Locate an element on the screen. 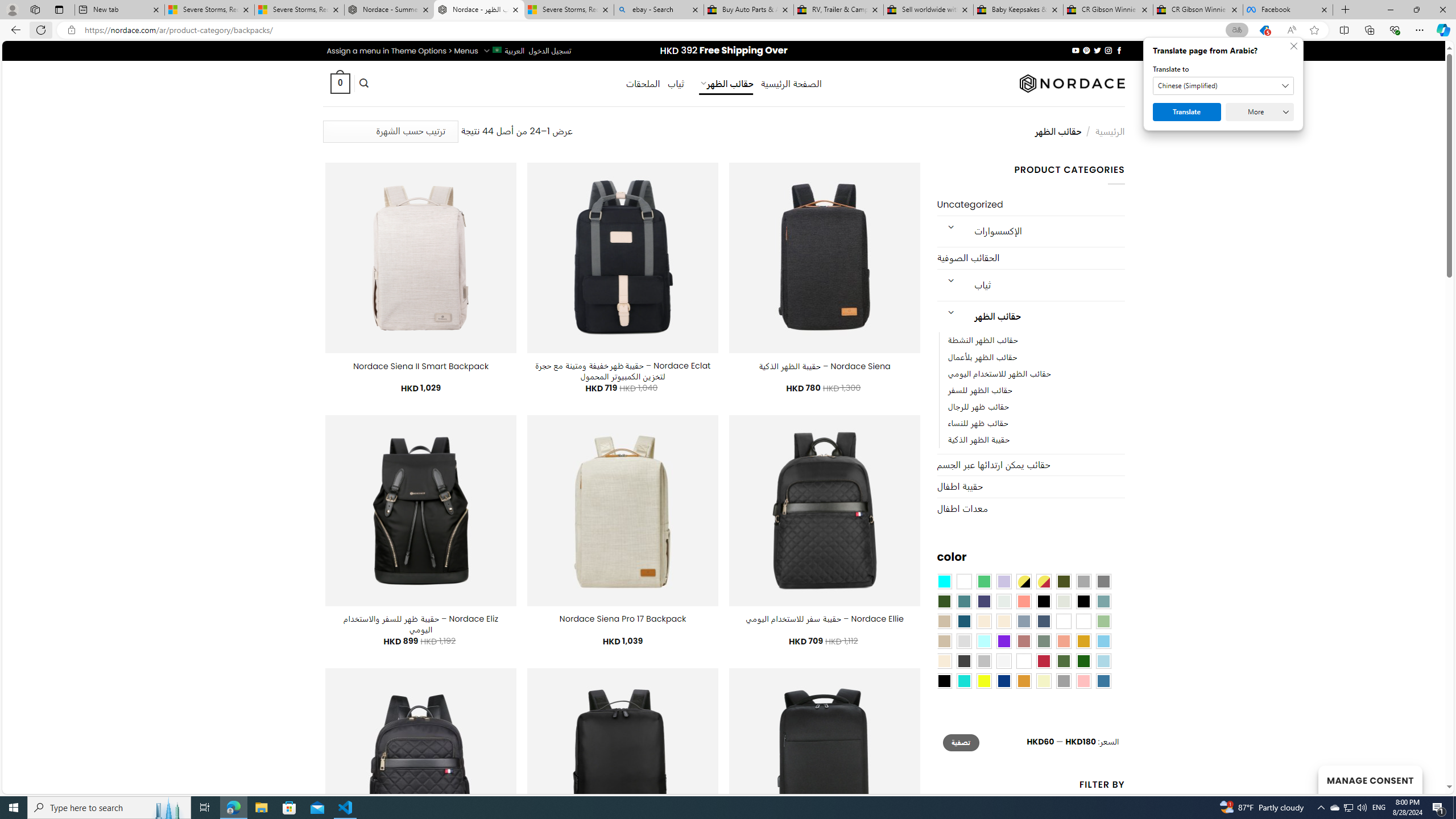 The image size is (1456, 819). 'Black-Brown' is located at coordinates (1082, 601).